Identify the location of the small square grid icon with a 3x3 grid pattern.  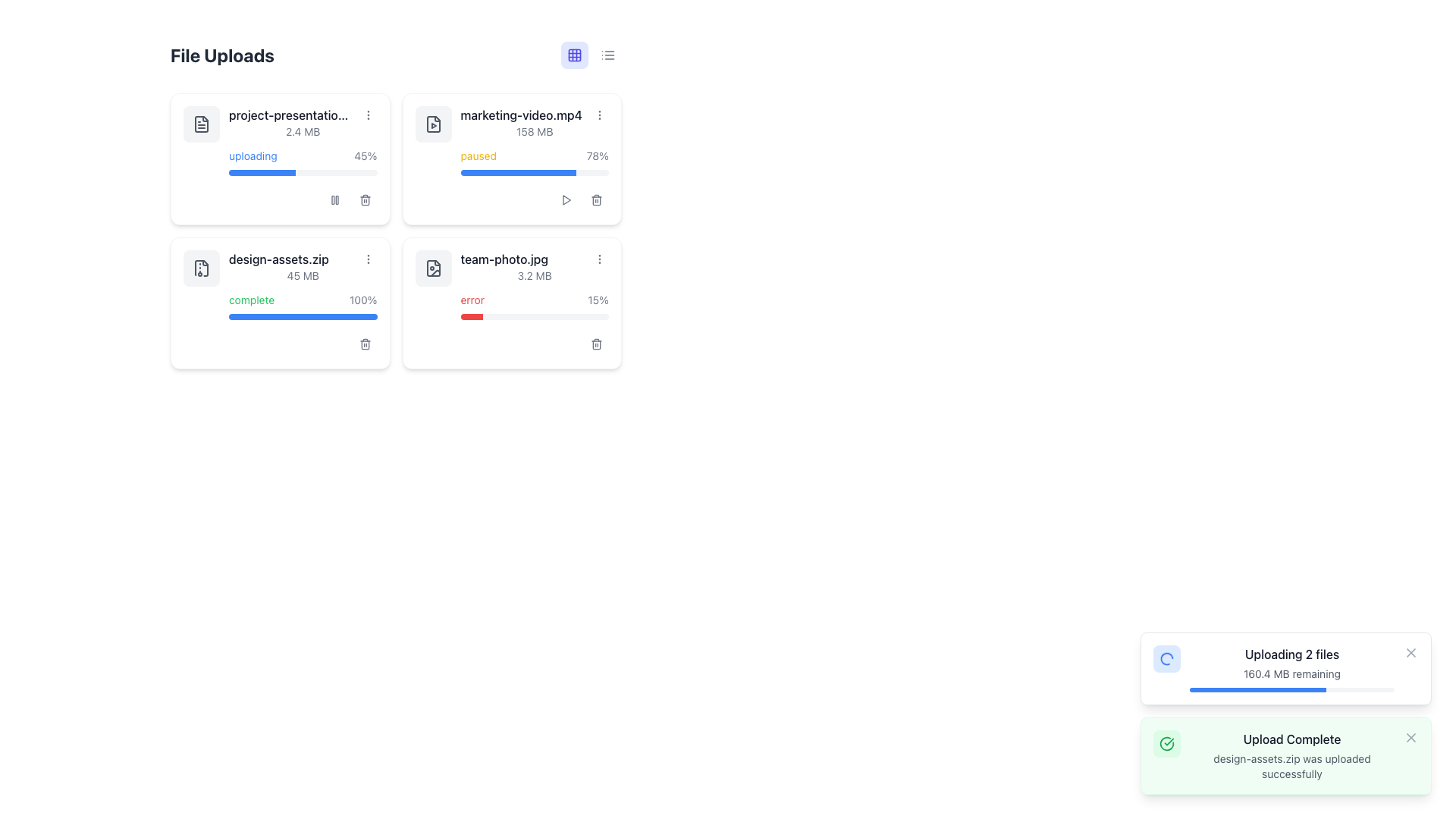
(574, 55).